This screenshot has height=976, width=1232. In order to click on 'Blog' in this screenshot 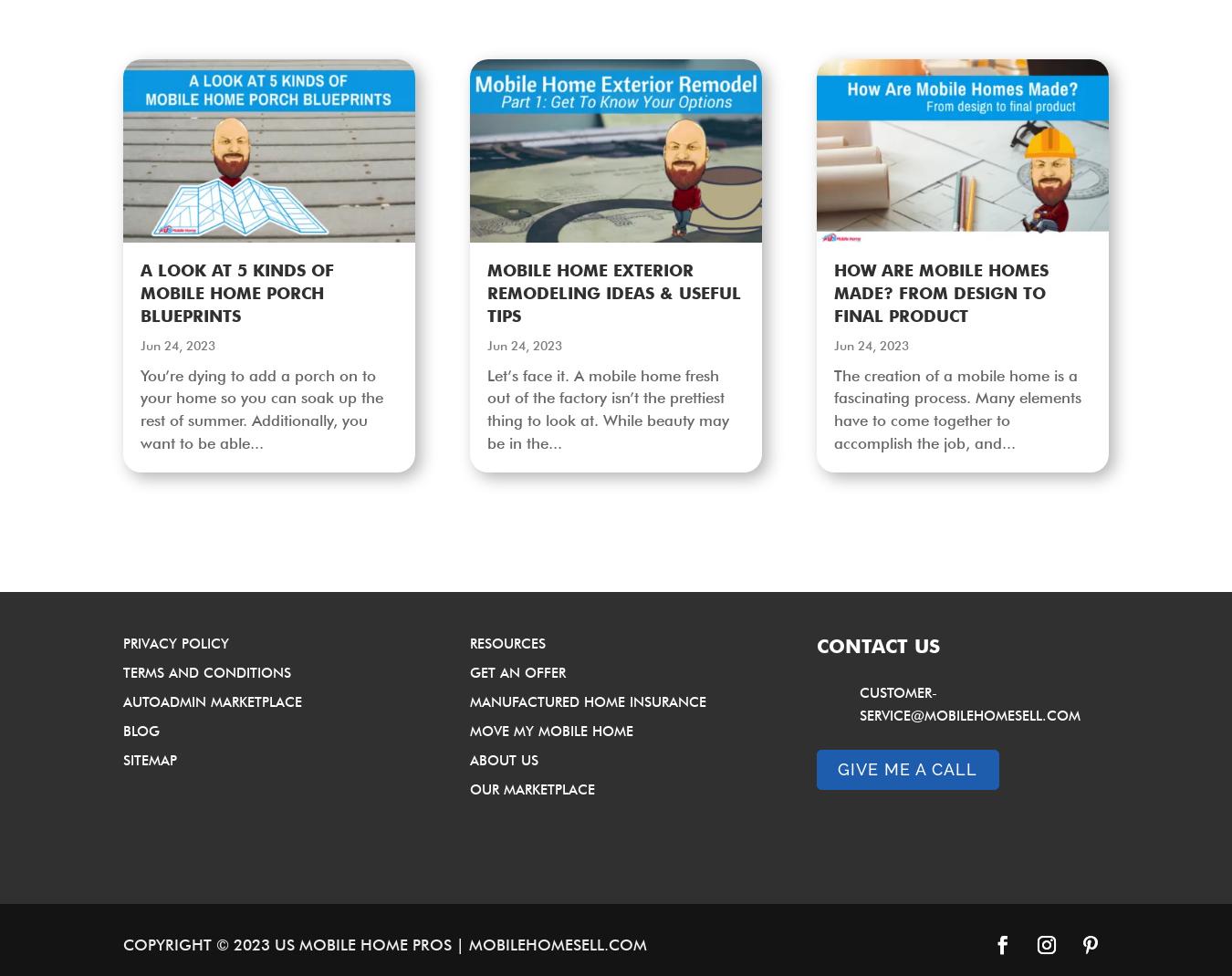, I will do `click(141, 730)`.